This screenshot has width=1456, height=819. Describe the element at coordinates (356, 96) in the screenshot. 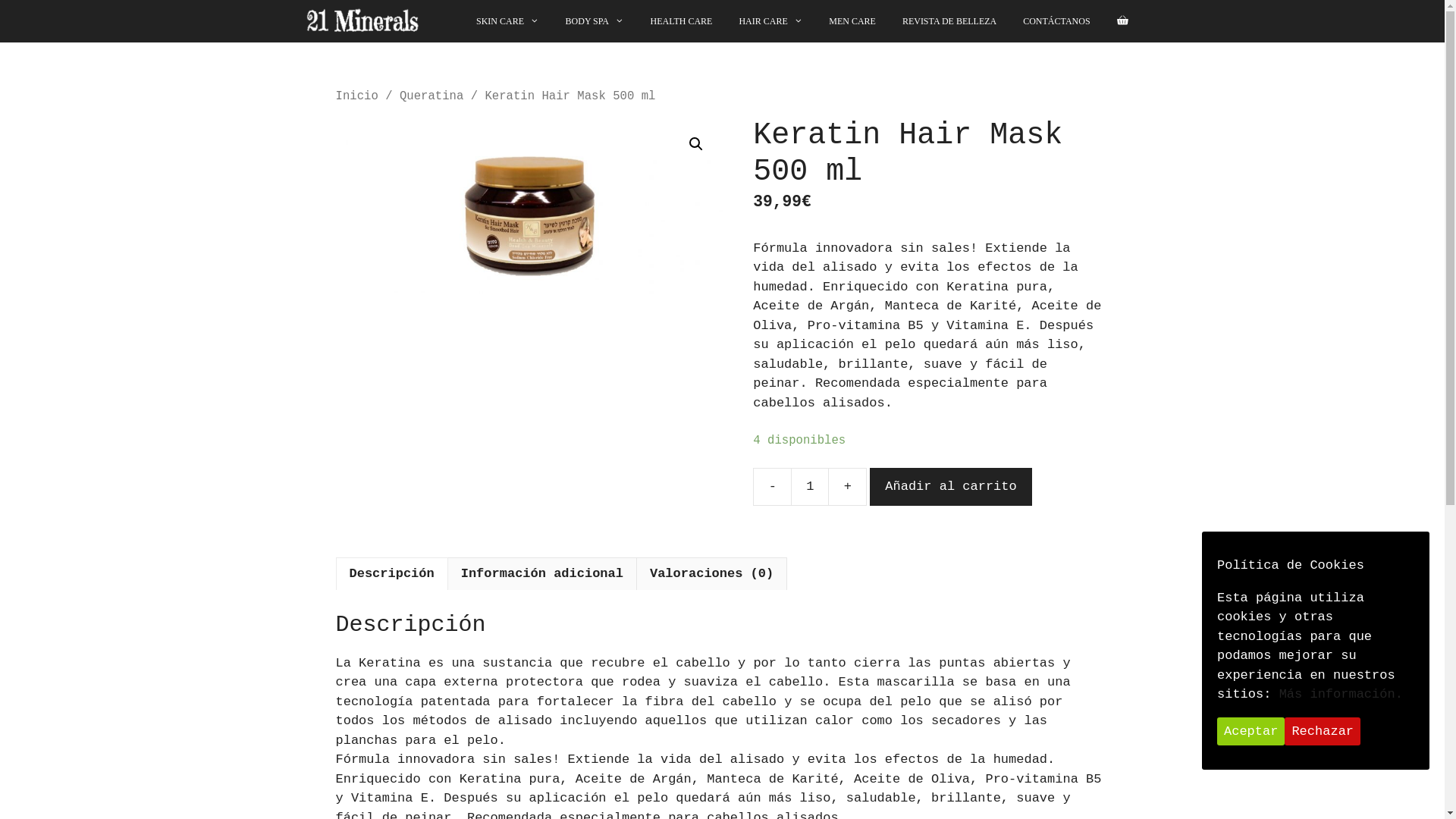

I see `'Inicio'` at that location.